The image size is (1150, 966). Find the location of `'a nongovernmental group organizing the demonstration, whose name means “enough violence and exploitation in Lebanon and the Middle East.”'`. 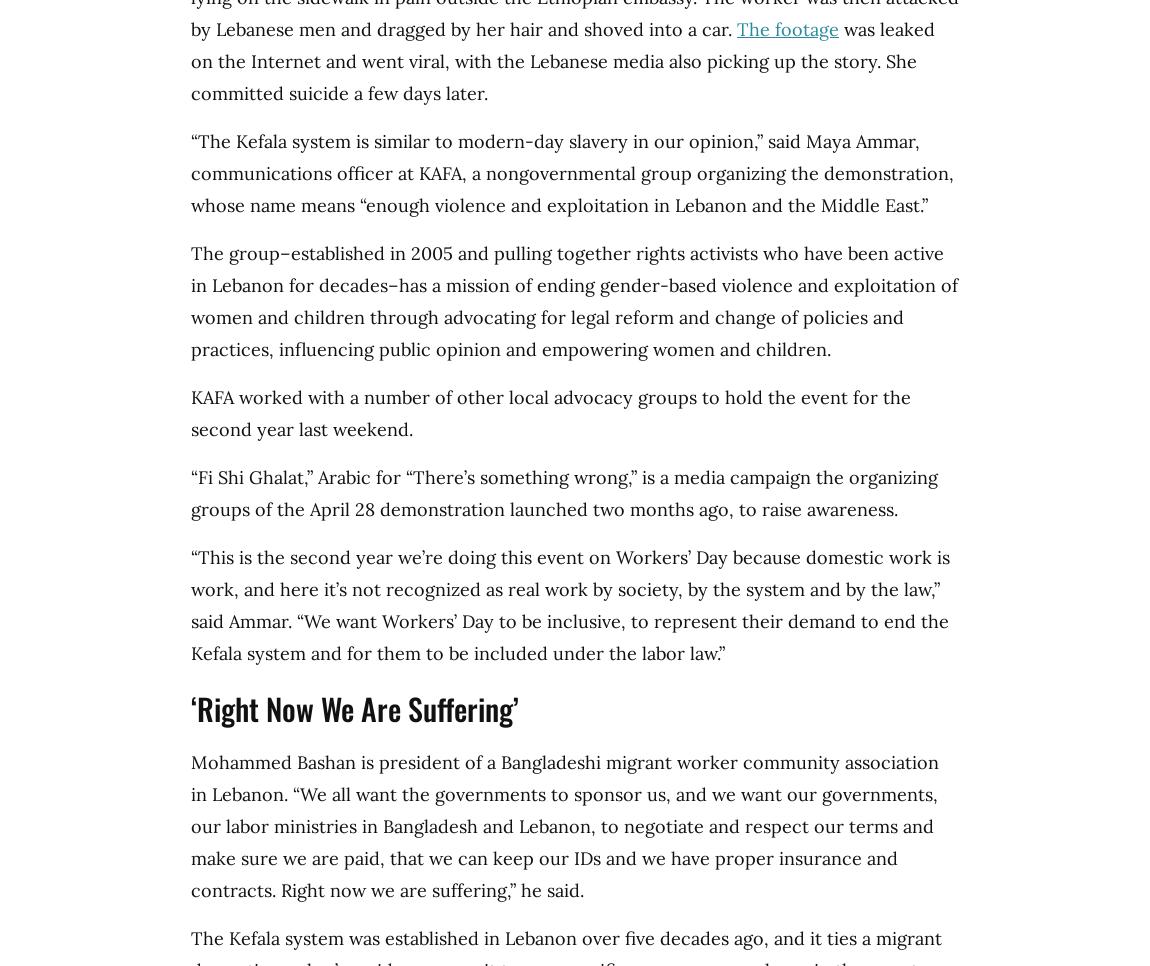

'a nongovernmental group organizing the demonstration, whose name means “enough violence and exploitation in Lebanon and the Middle East.”' is located at coordinates (190, 189).